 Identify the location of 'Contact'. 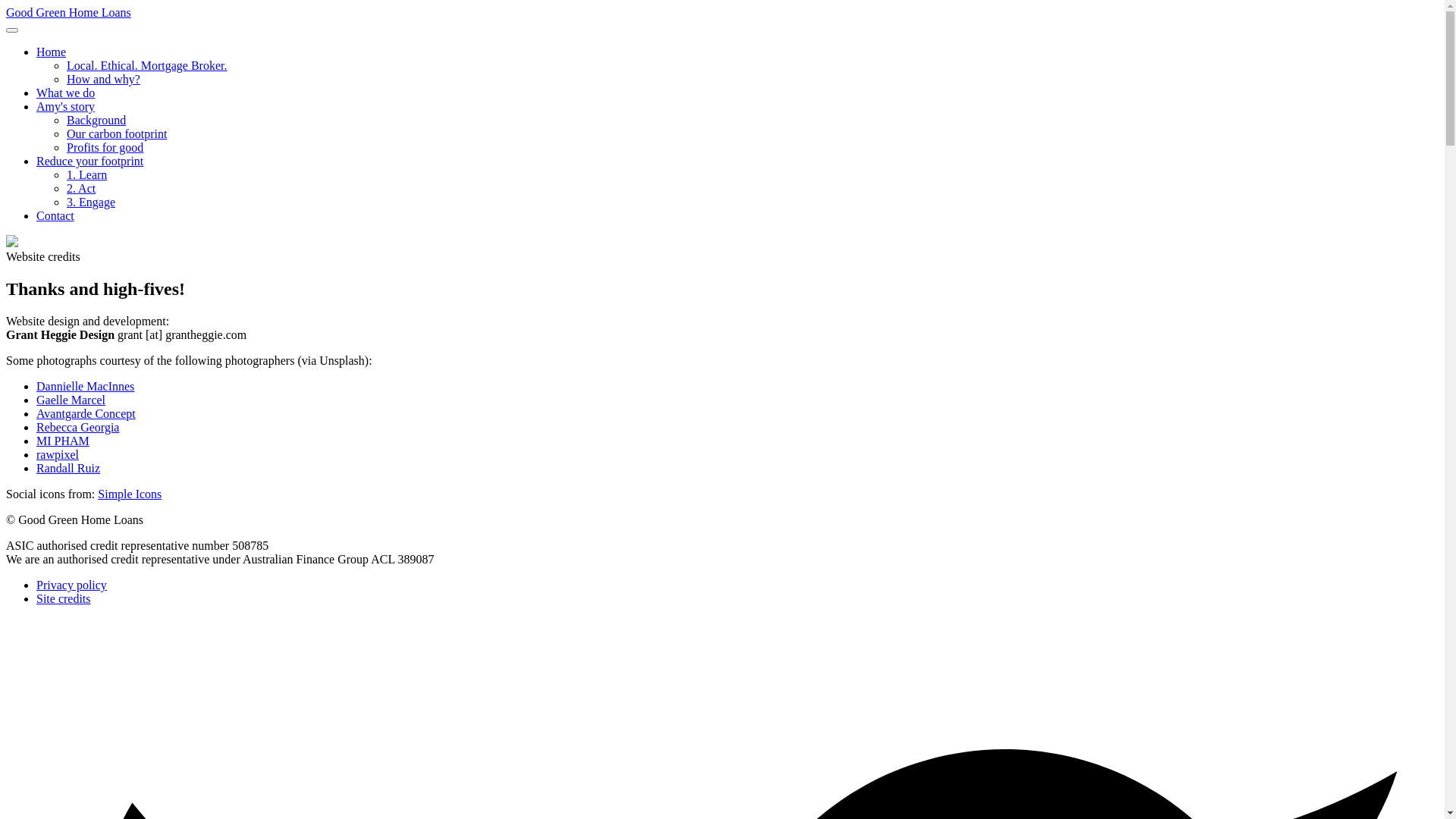
(55, 215).